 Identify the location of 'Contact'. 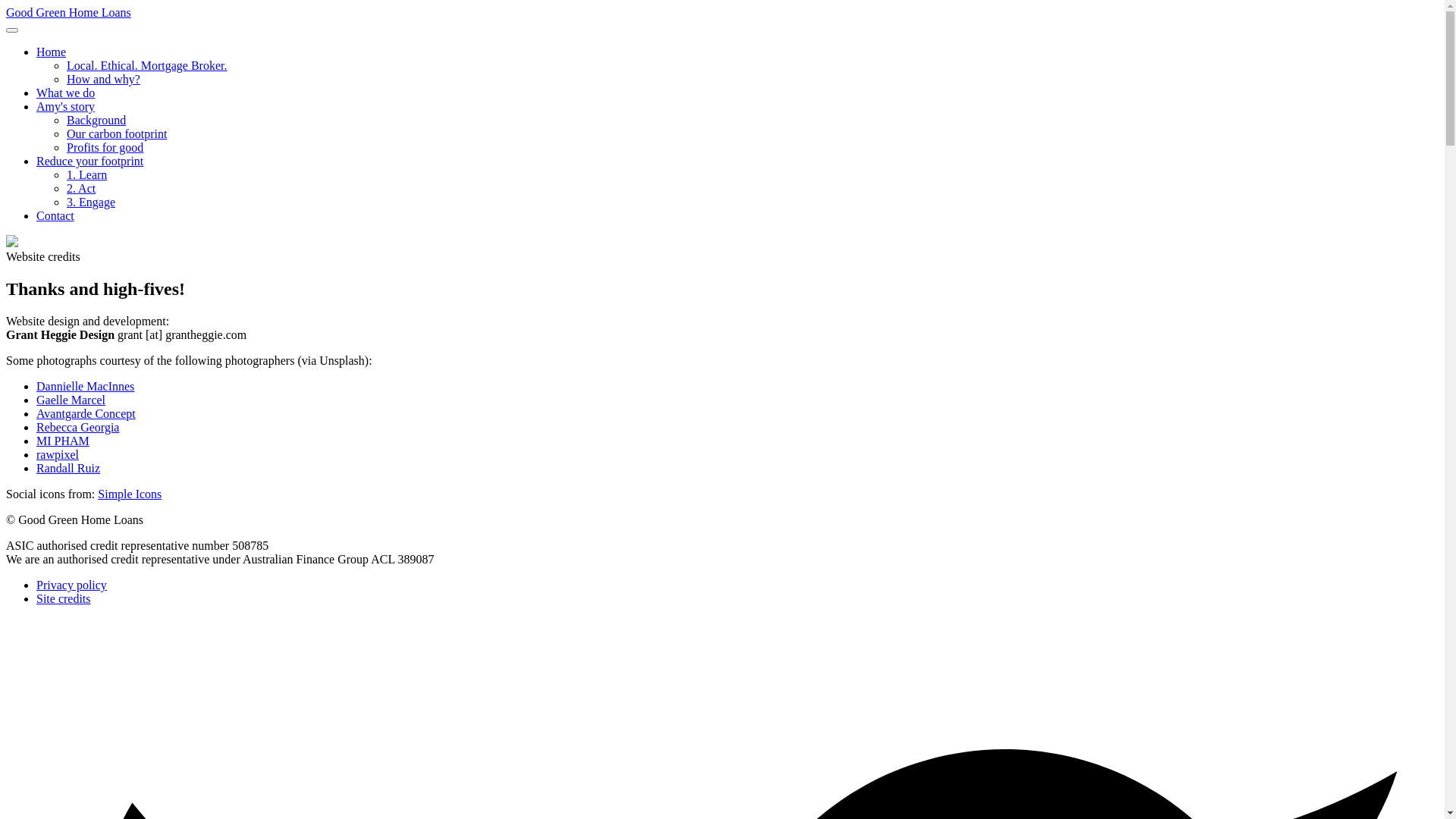
(55, 215).